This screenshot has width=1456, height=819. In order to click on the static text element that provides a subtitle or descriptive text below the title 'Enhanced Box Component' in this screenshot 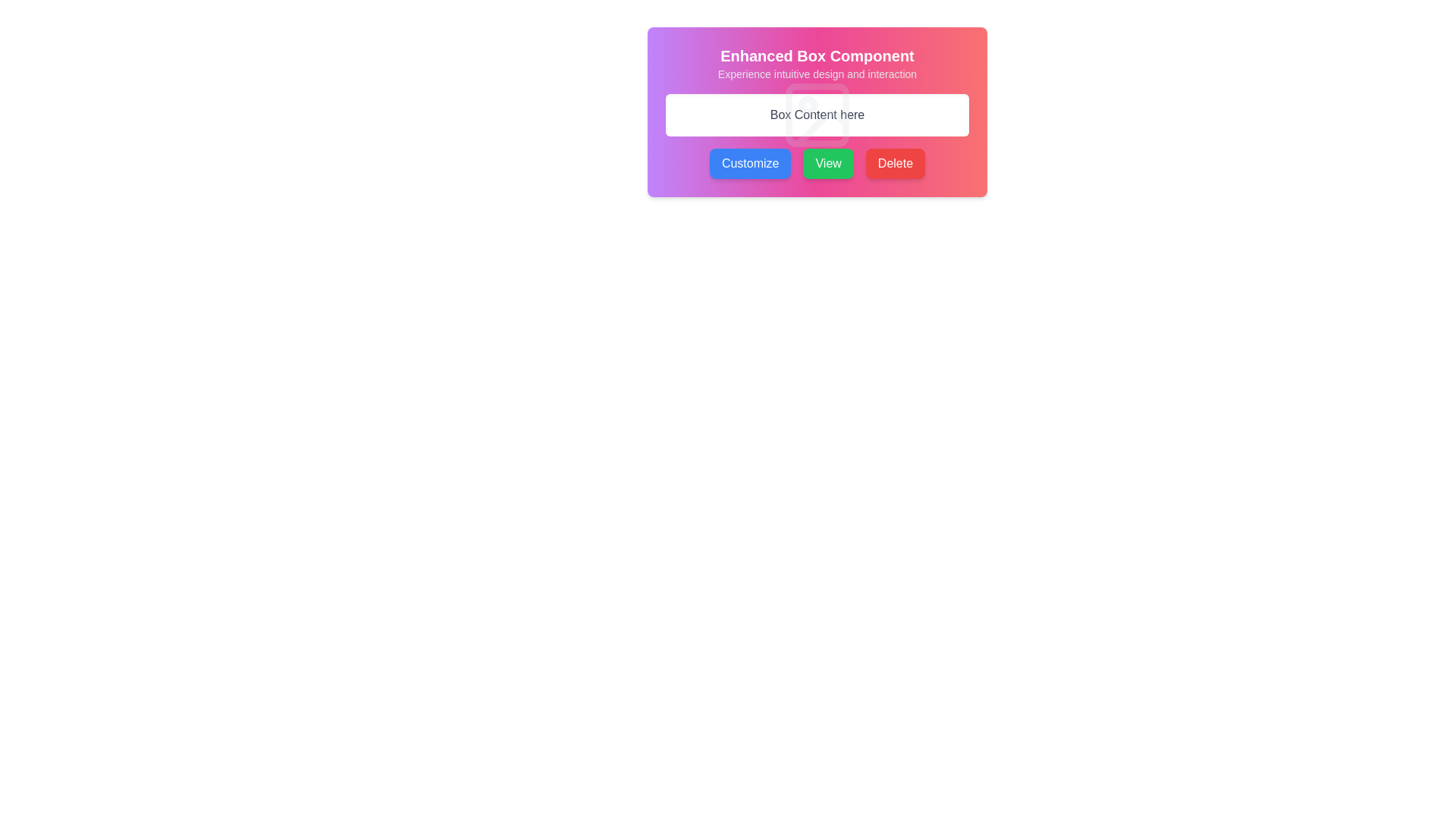, I will do `click(817, 74)`.